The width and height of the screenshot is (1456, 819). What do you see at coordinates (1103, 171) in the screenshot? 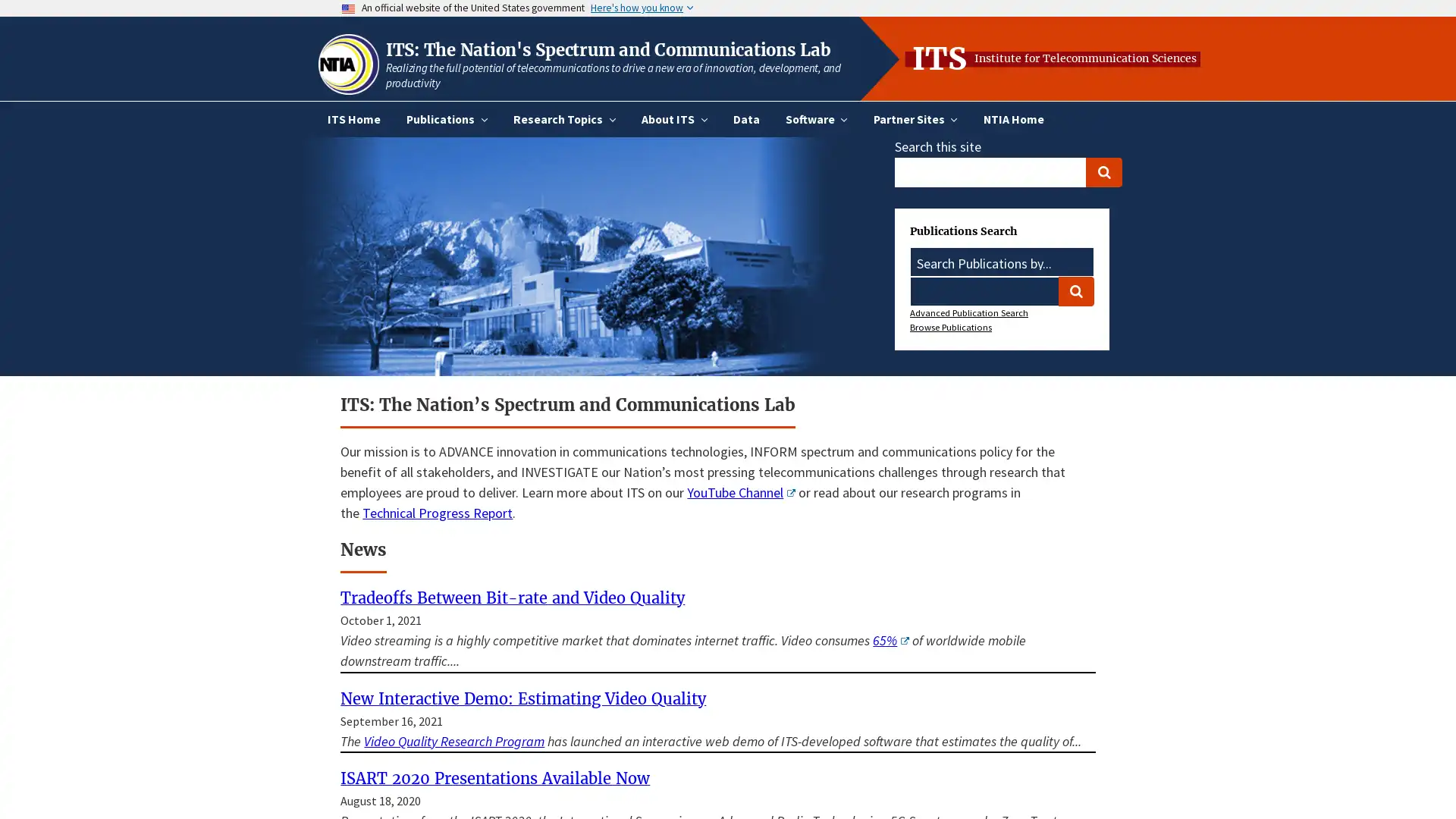
I see `Search` at bounding box center [1103, 171].